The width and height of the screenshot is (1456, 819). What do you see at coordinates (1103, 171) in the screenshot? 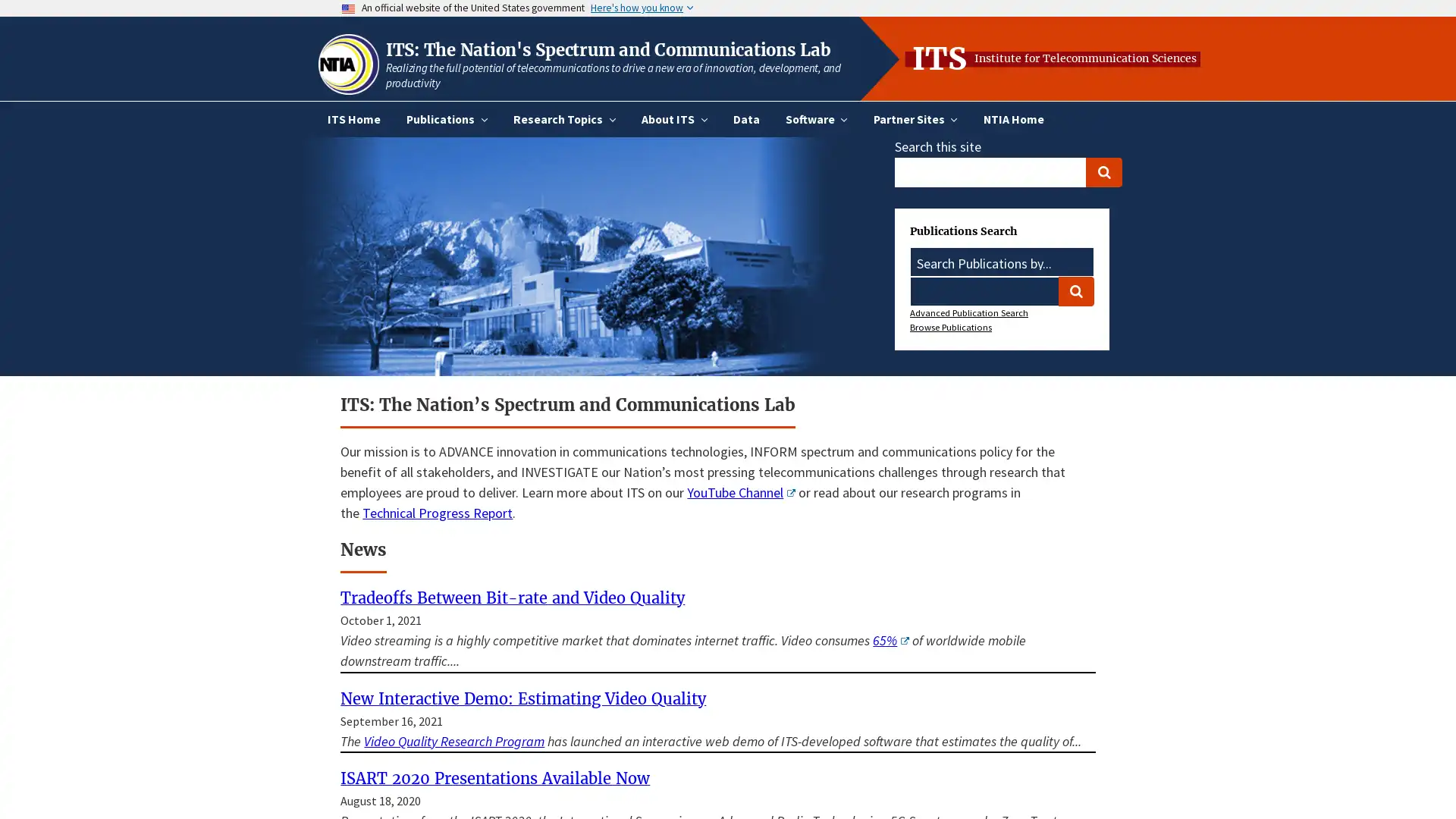
I see `Search` at bounding box center [1103, 171].